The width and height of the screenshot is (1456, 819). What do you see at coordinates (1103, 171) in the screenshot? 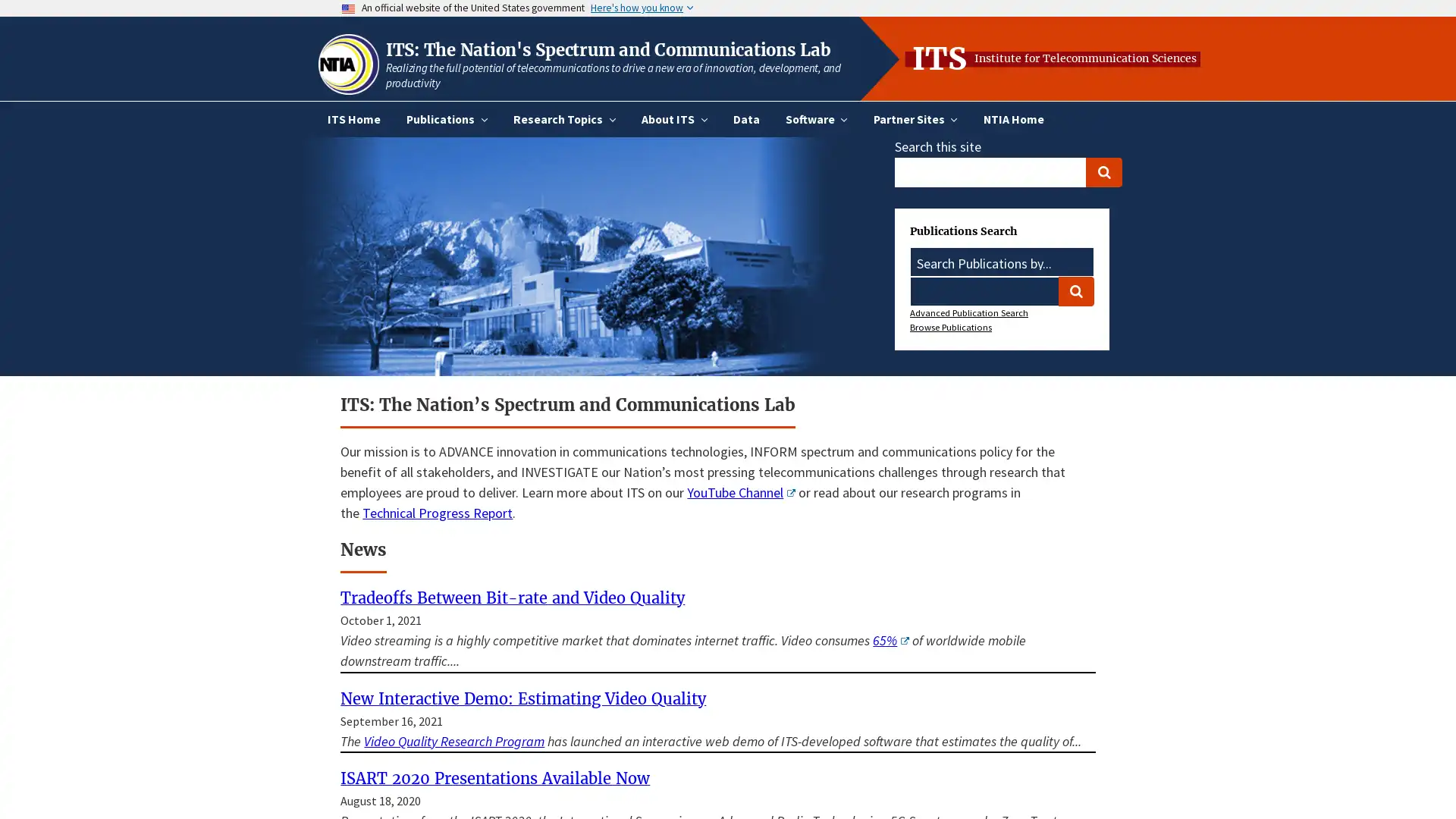
I see `Search` at bounding box center [1103, 171].